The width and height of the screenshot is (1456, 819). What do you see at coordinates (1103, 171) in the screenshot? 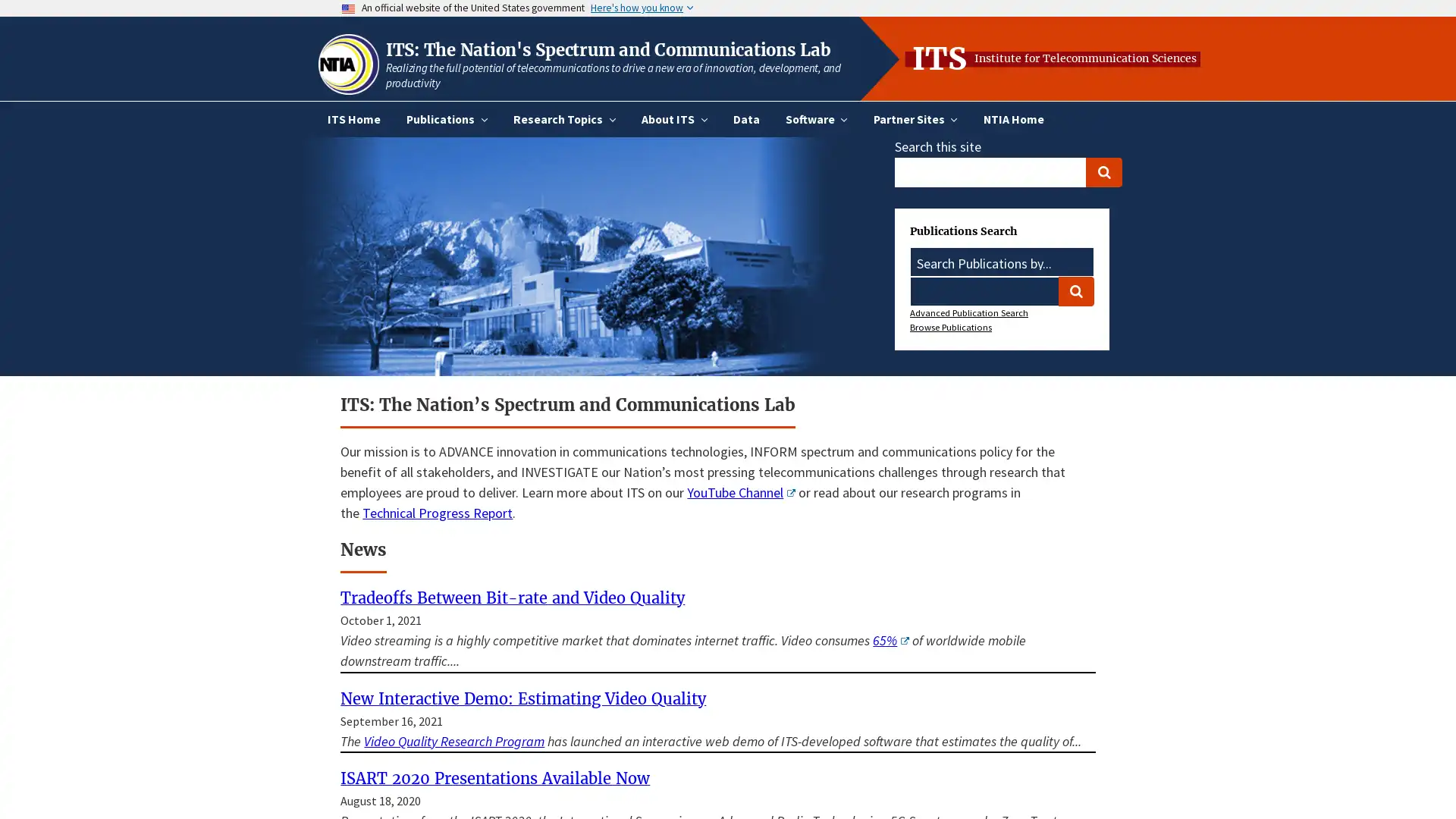
I see `Search` at bounding box center [1103, 171].